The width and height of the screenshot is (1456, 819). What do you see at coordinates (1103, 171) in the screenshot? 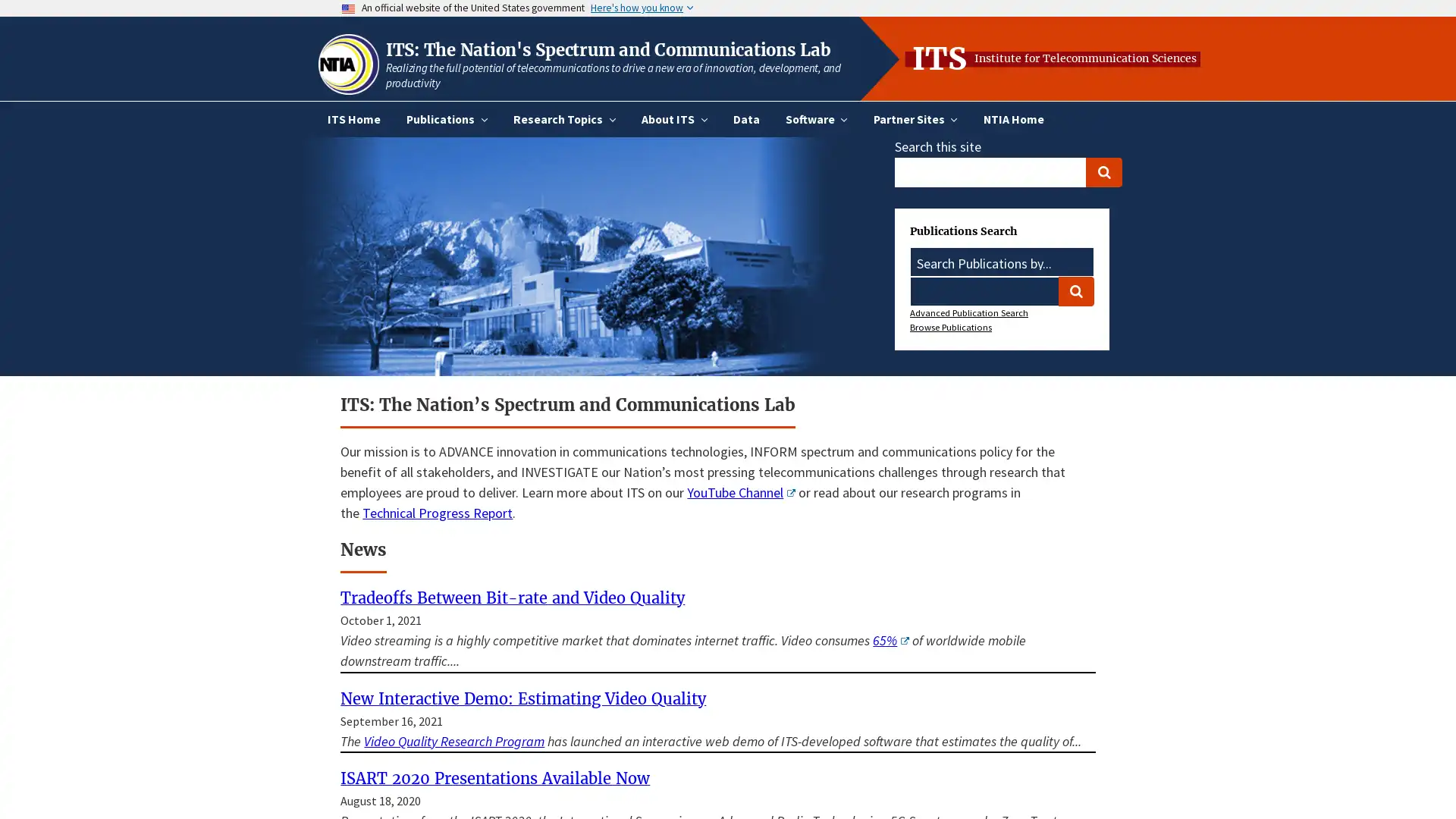
I see `Search` at bounding box center [1103, 171].